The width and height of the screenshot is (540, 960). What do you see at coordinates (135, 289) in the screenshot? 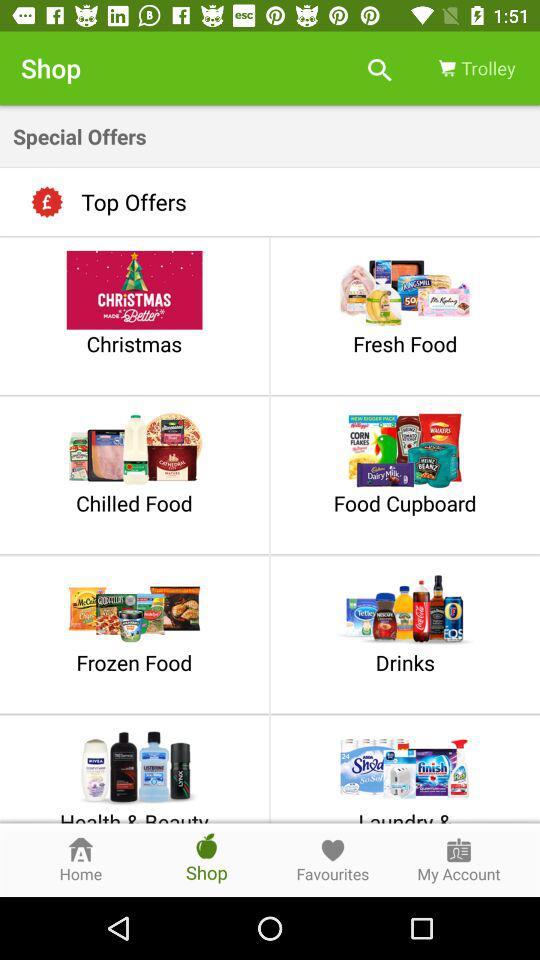
I see `the first image in the first row` at bounding box center [135, 289].